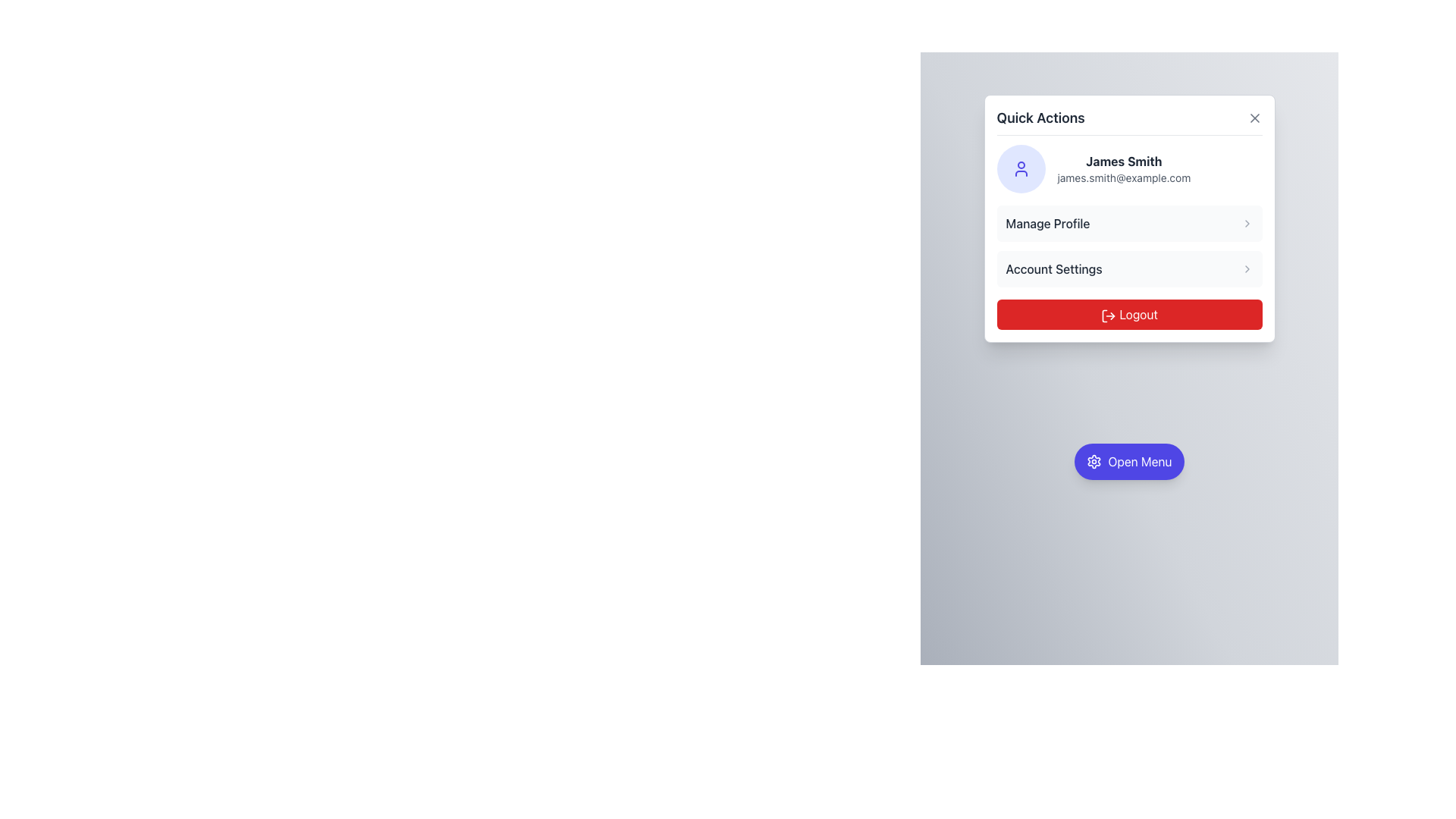 Image resolution: width=1456 pixels, height=819 pixels. What do you see at coordinates (1129, 218) in the screenshot?
I see `the 'Manage Profile' button located in the 'Quick Actions' modal dialog` at bounding box center [1129, 218].